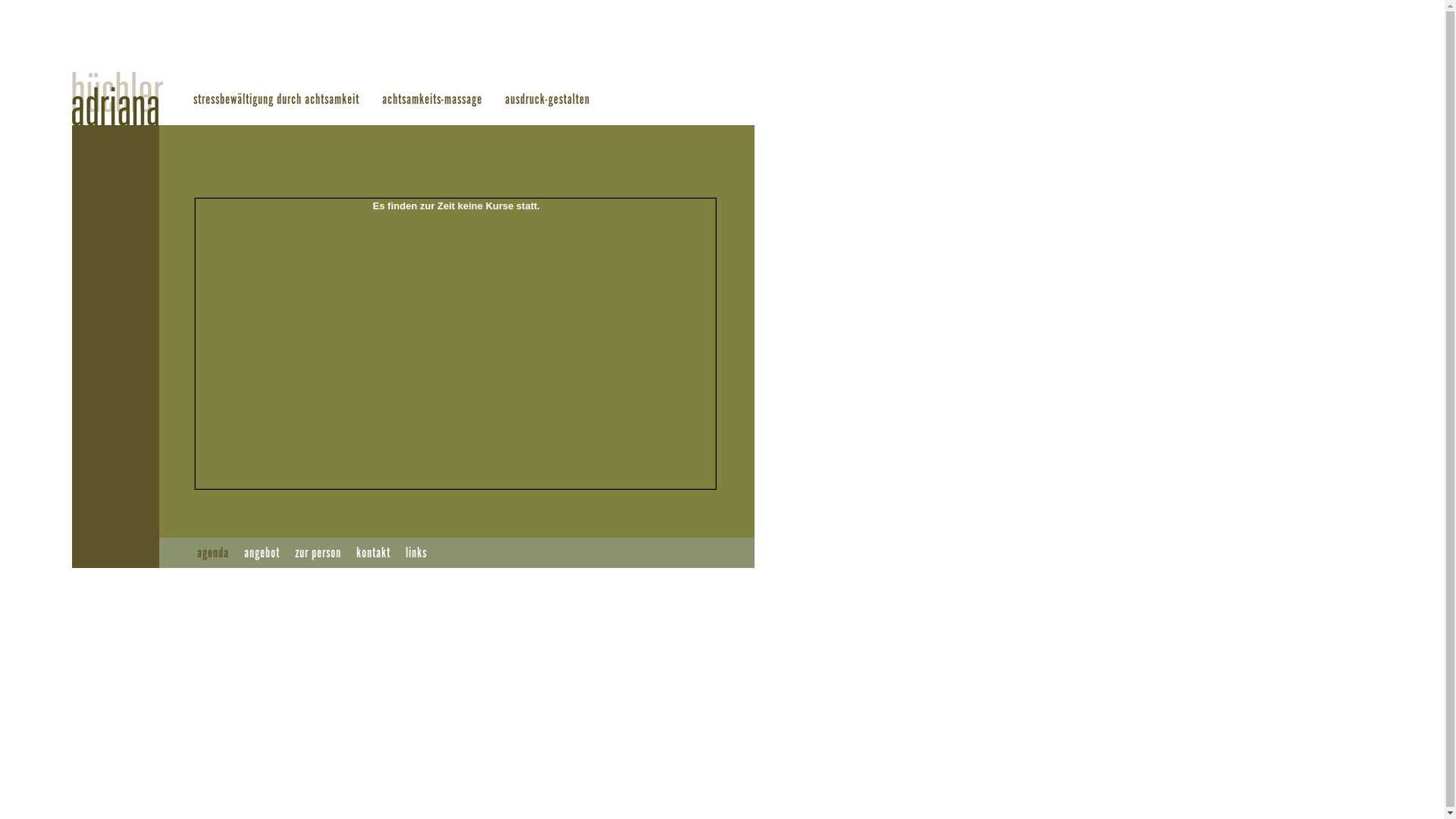  I want to click on 'ausdruck-gestalten', so click(505, 99).